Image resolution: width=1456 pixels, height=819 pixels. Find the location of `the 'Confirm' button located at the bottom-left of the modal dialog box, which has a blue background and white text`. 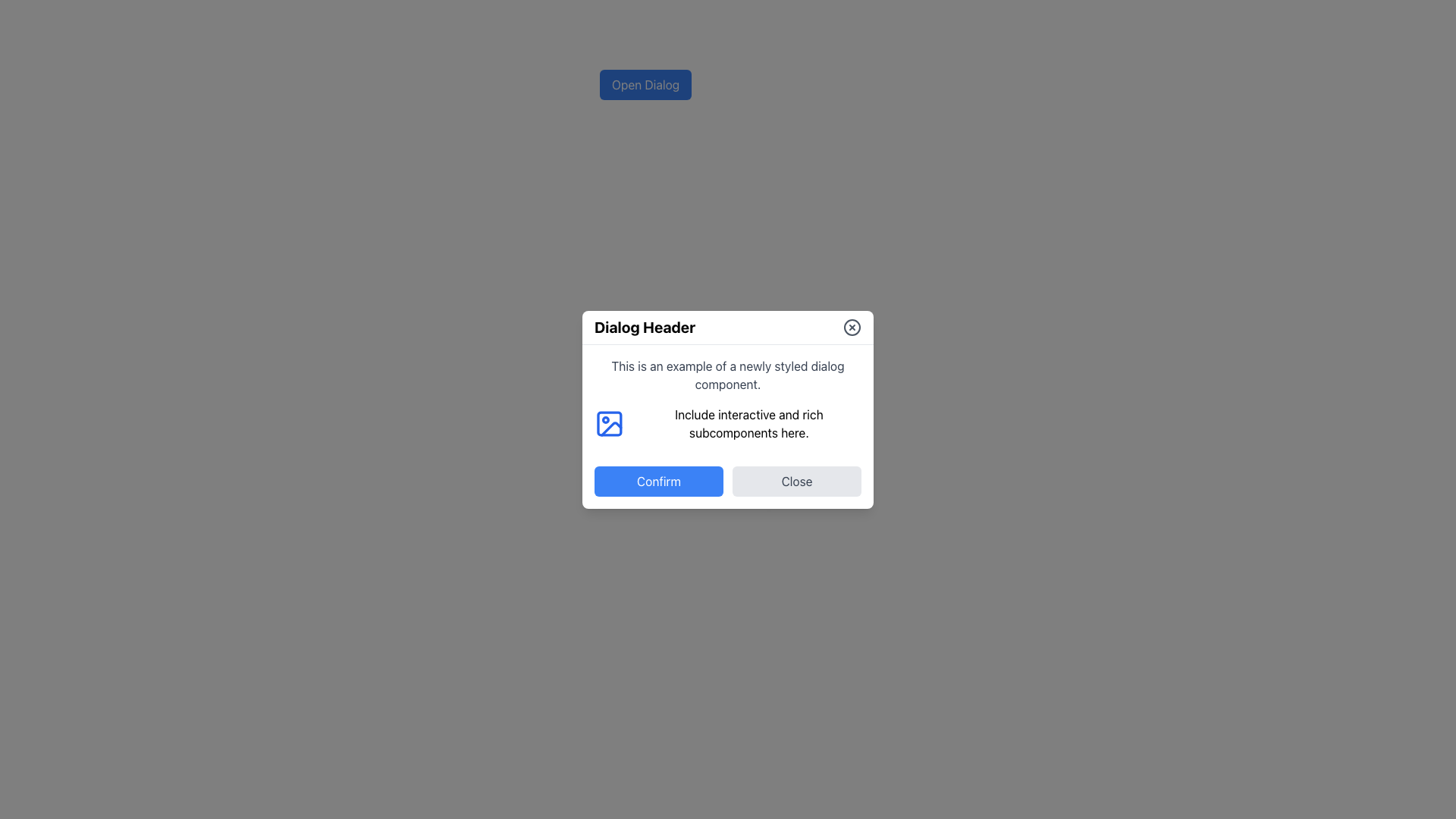

the 'Confirm' button located at the bottom-left of the modal dialog box, which has a blue background and white text is located at coordinates (658, 480).